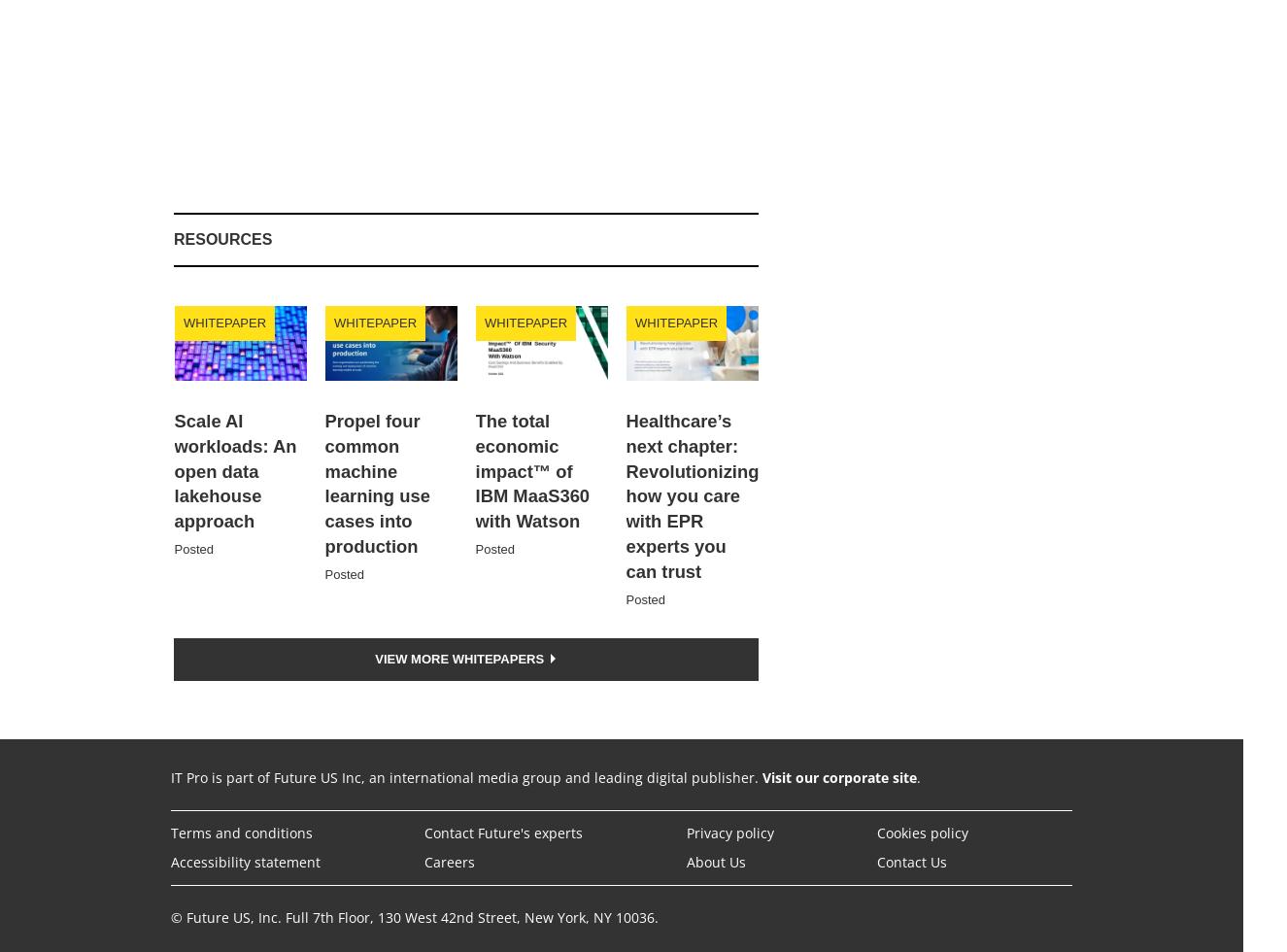  Describe the element at coordinates (911, 861) in the screenshot. I see `'Contact Us'` at that location.